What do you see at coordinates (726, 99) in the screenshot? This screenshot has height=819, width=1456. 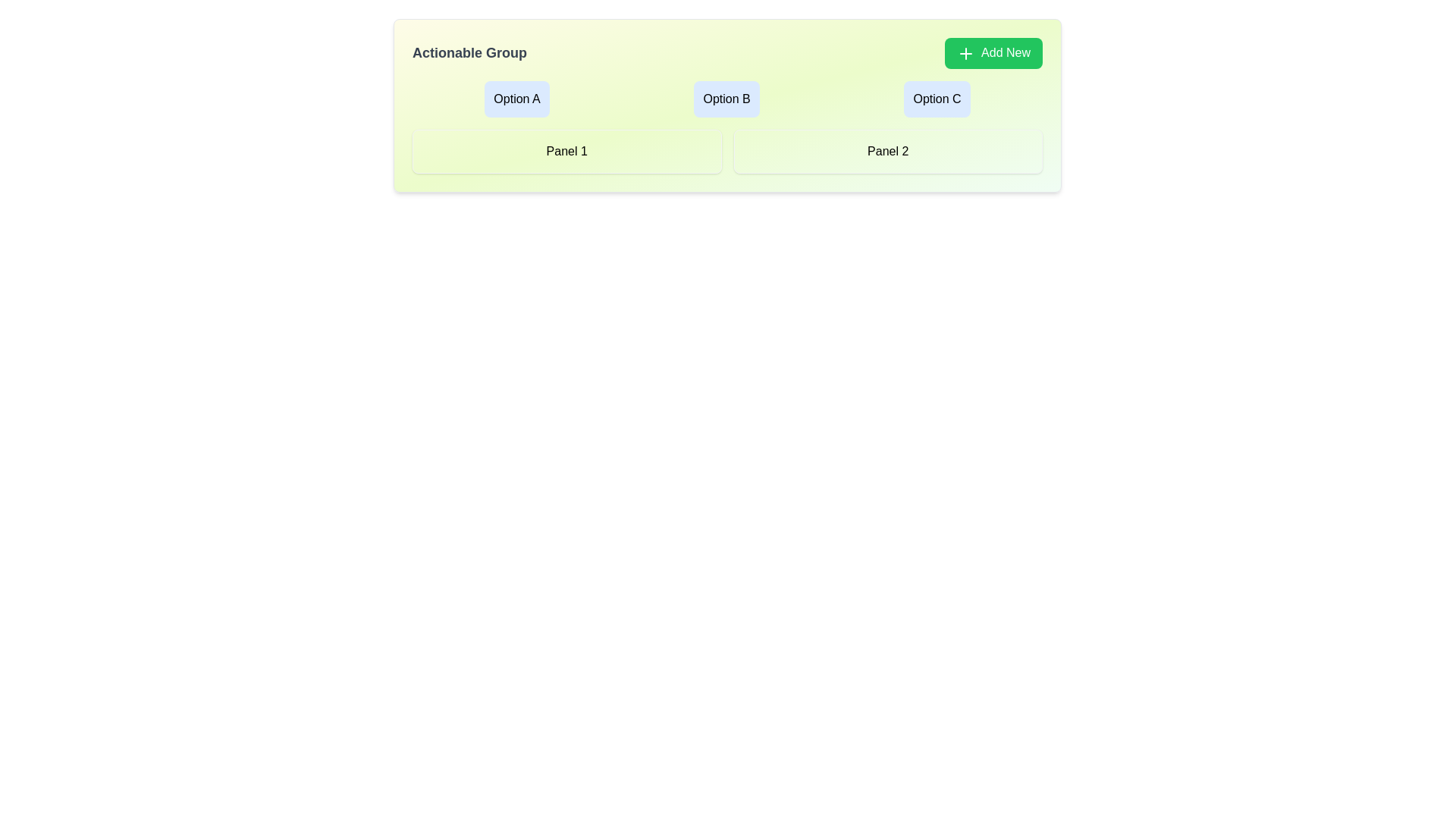 I see `the group of three interactive buttons located below the 'Actionable Group' header` at bounding box center [726, 99].